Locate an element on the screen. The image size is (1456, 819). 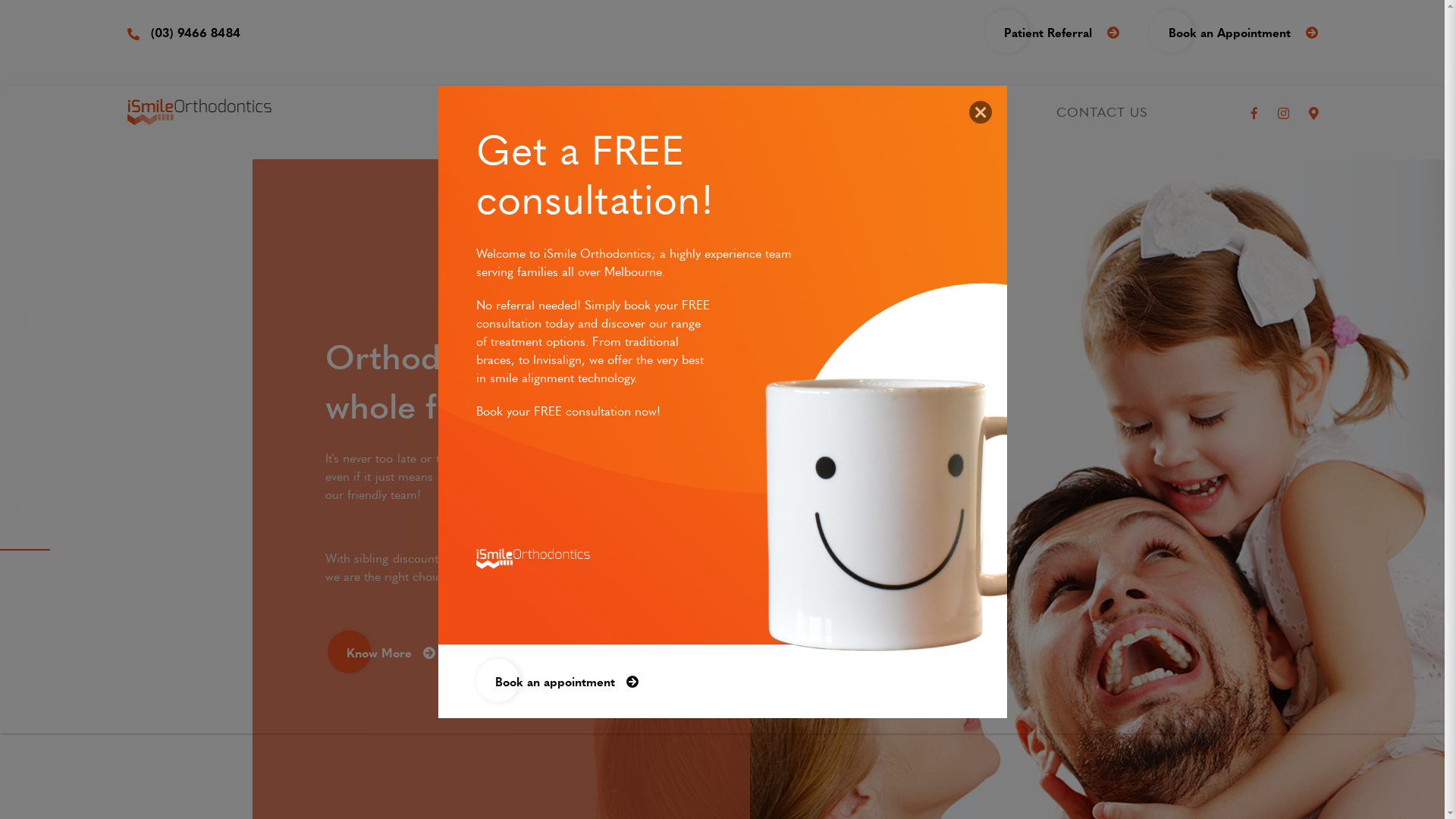
'TREATMENTS' is located at coordinates (648, 111).